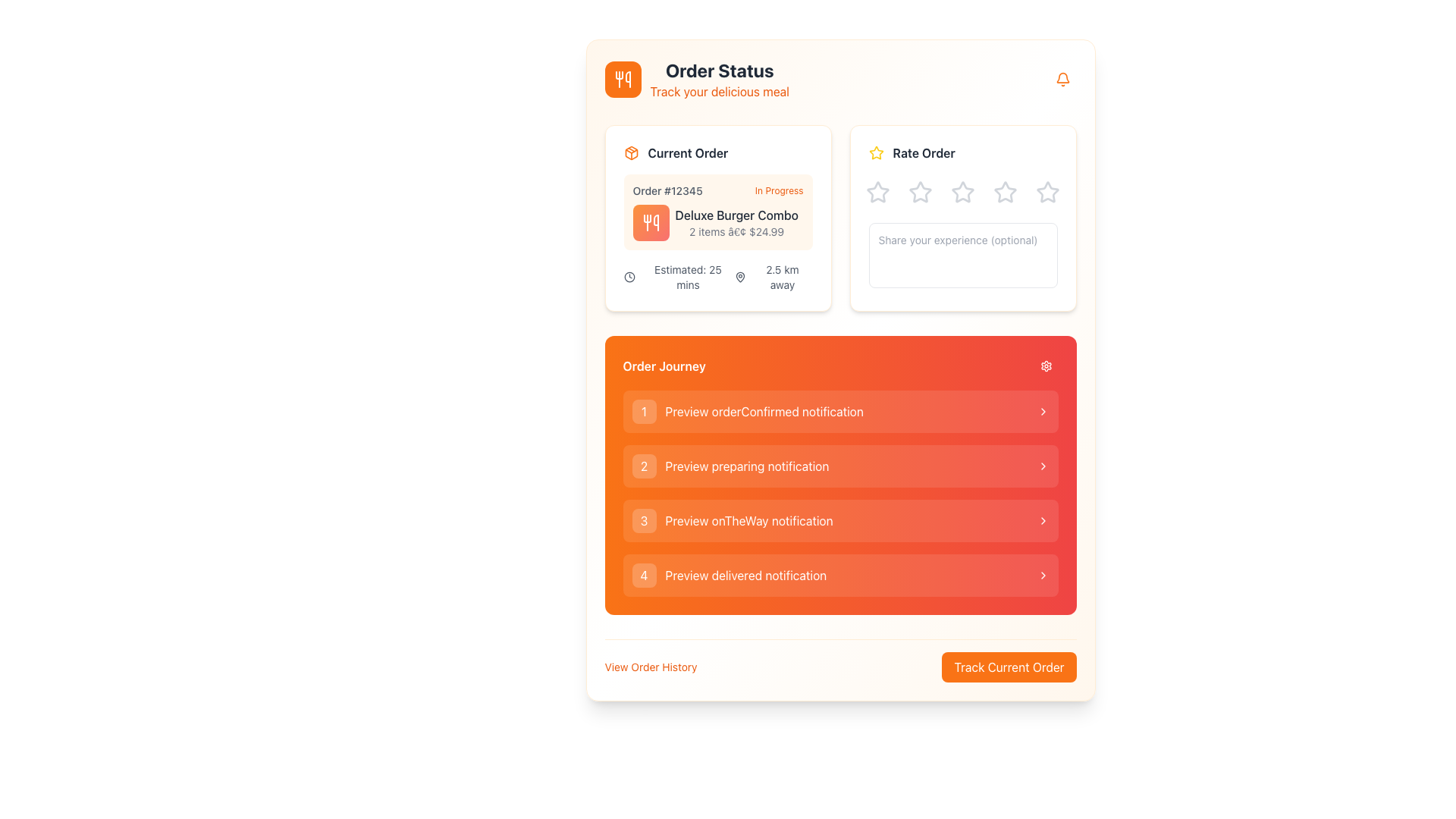 The width and height of the screenshot is (1456, 819). What do you see at coordinates (717, 222) in the screenshot?
I see `details about the order item displayed as 'Deluxe Burger Combo' along with its quantity and total price, located in the 'Current Order' section of the 'Order Status' interface` at bounding box center [717, 222].